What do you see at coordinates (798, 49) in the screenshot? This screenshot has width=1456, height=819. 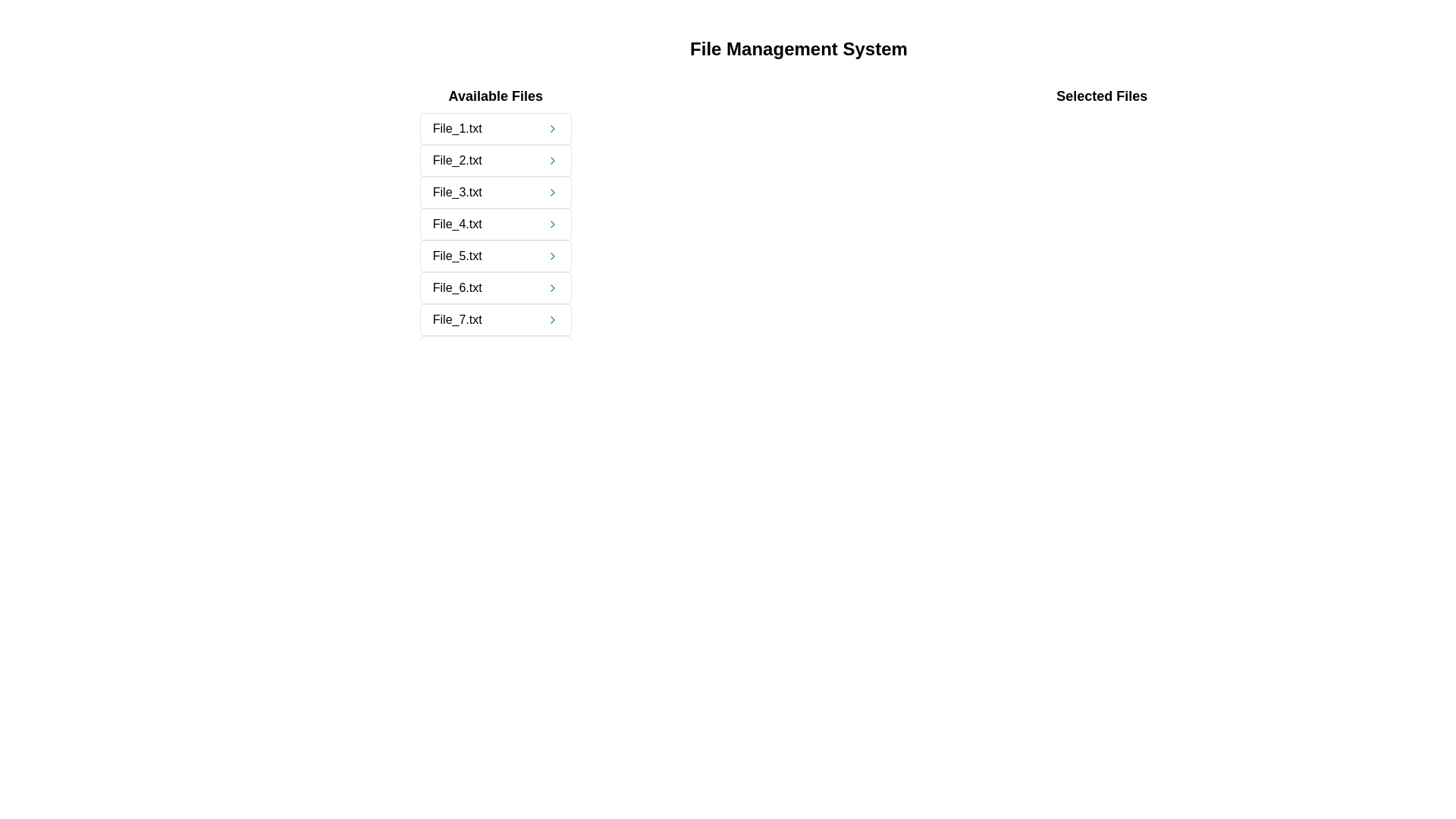 I see `displayed text from the header text label located at the topmost area of the file management system section` at bounding box center [798, 49].